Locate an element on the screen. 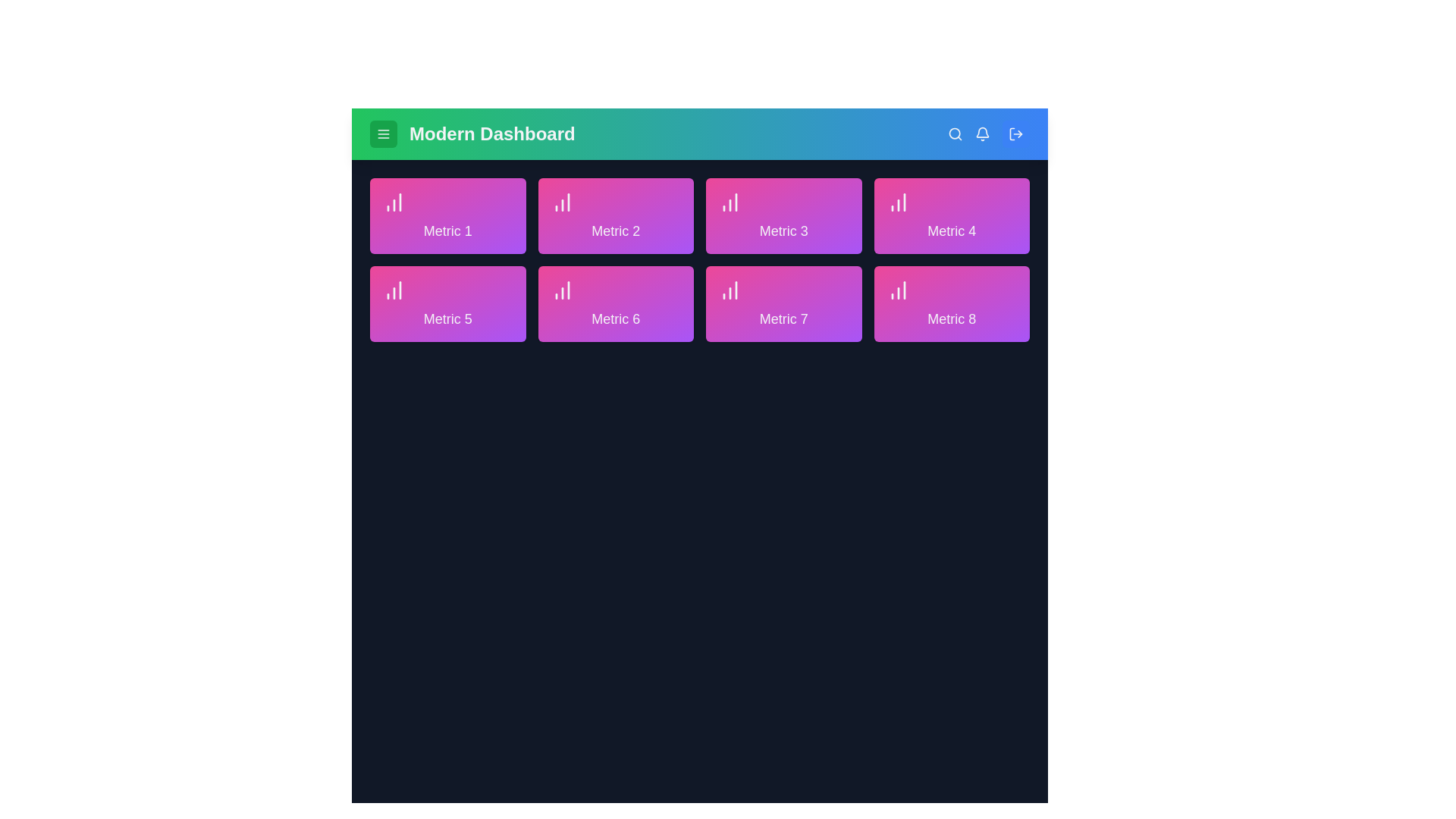 The image size is (1456, 819). the logout button located at the top-right corner of the app bar is located at coordinates (1015, 133).